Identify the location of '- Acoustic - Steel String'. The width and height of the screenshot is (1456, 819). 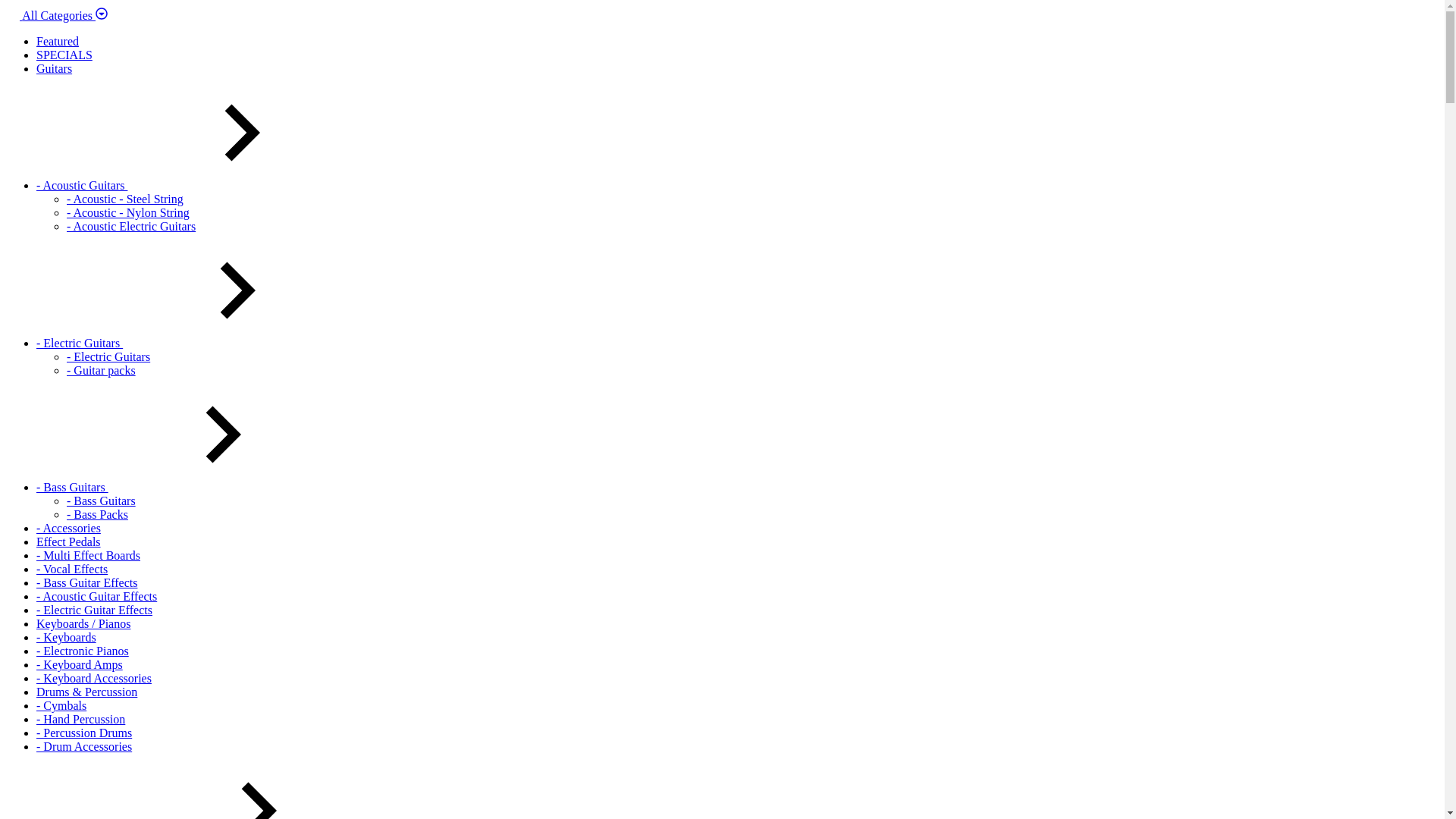
(65, 198).